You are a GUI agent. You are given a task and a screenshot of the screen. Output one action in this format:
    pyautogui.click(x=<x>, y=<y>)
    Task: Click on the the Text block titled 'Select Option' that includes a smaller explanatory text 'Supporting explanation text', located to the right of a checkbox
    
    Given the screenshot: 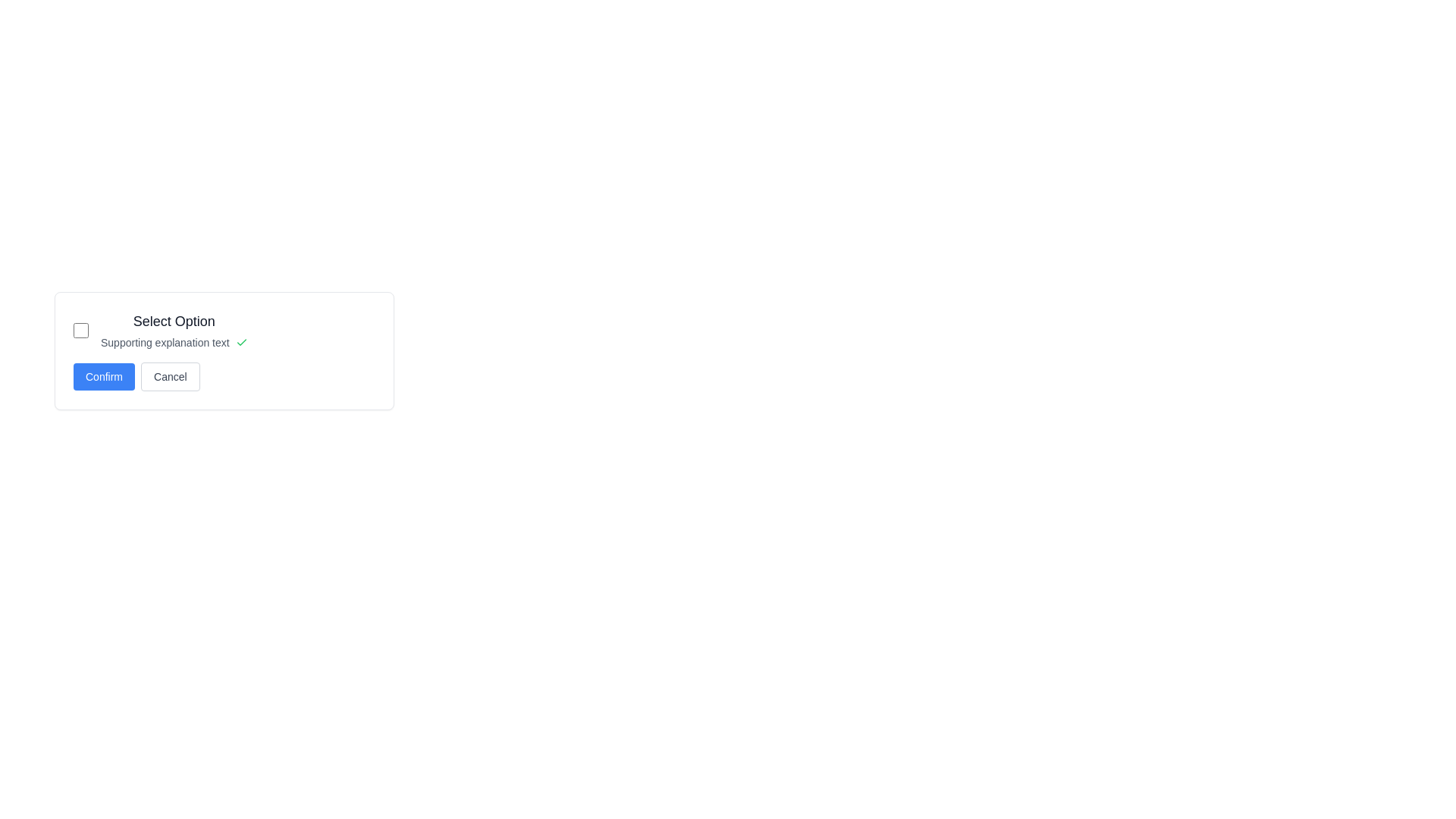 What is the action you would take?
    pyautogui.click(x=174, y=329)
    